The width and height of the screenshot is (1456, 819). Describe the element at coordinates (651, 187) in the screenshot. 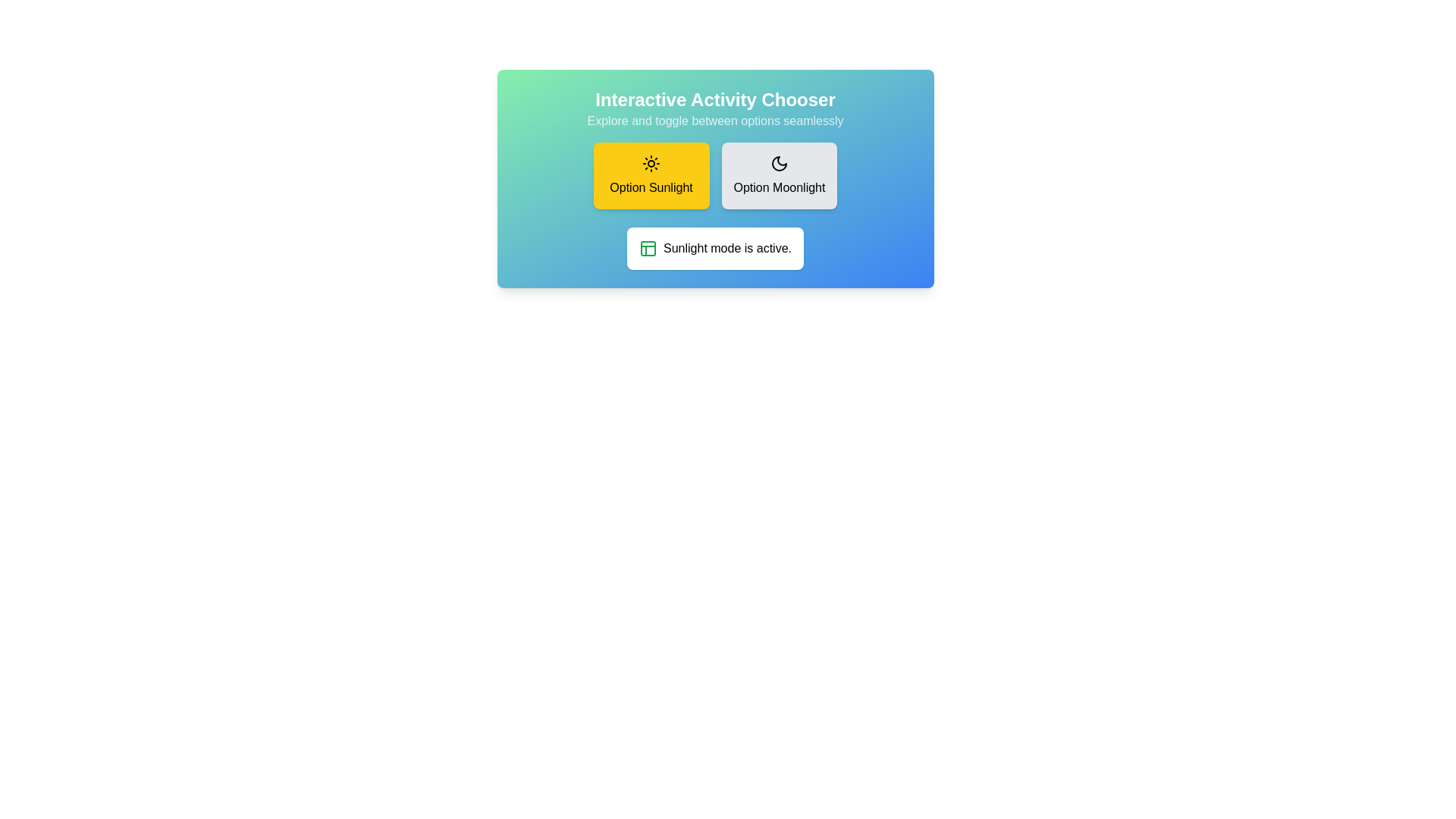

I see `text of the label 'Option Sunlight' which is part of a yellow button structure on the left side of the selection area` at that location.